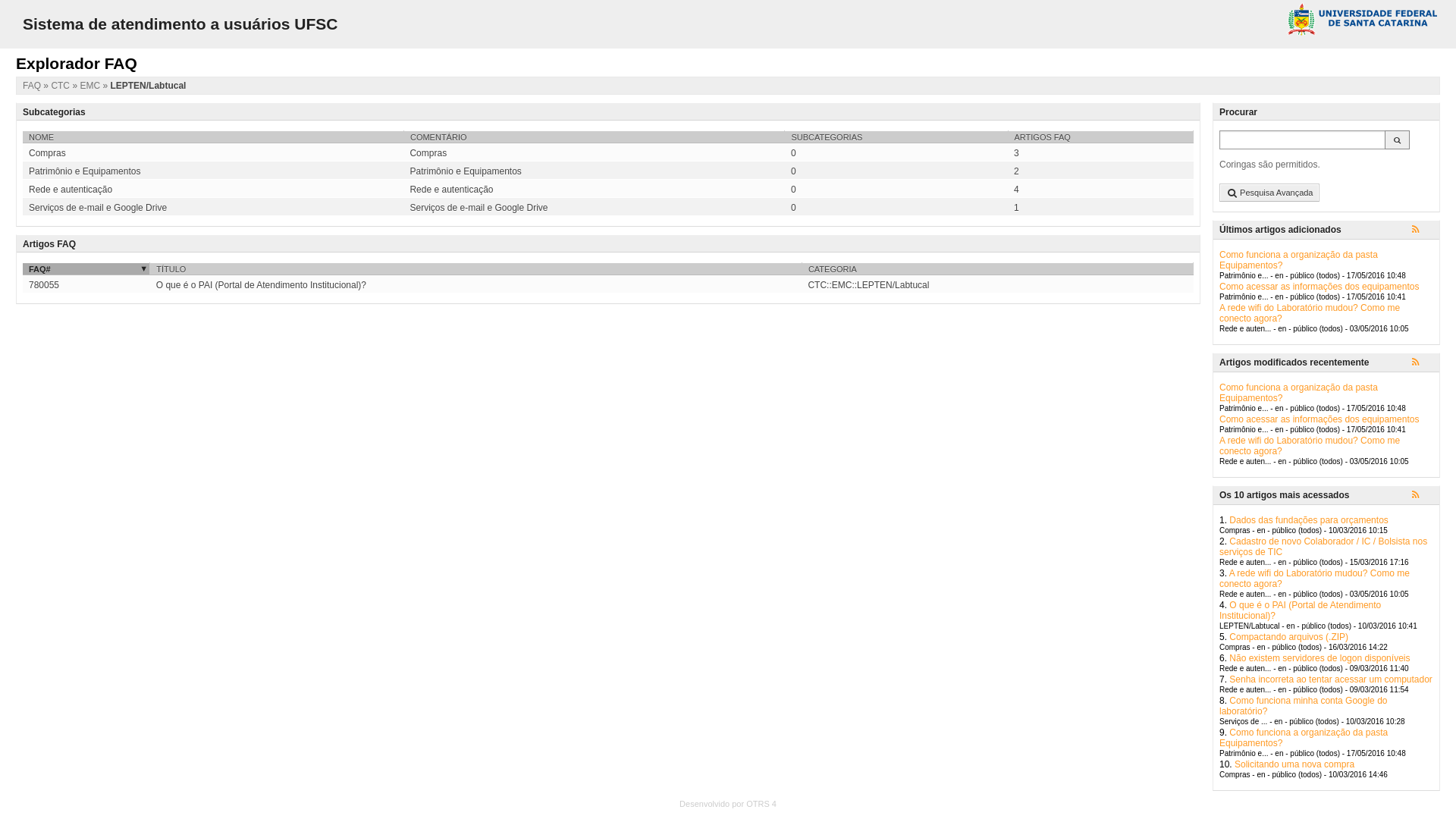  Describe the element at coordinates (33, 85) in the screenshot. I see `'FAQ'` at that location.